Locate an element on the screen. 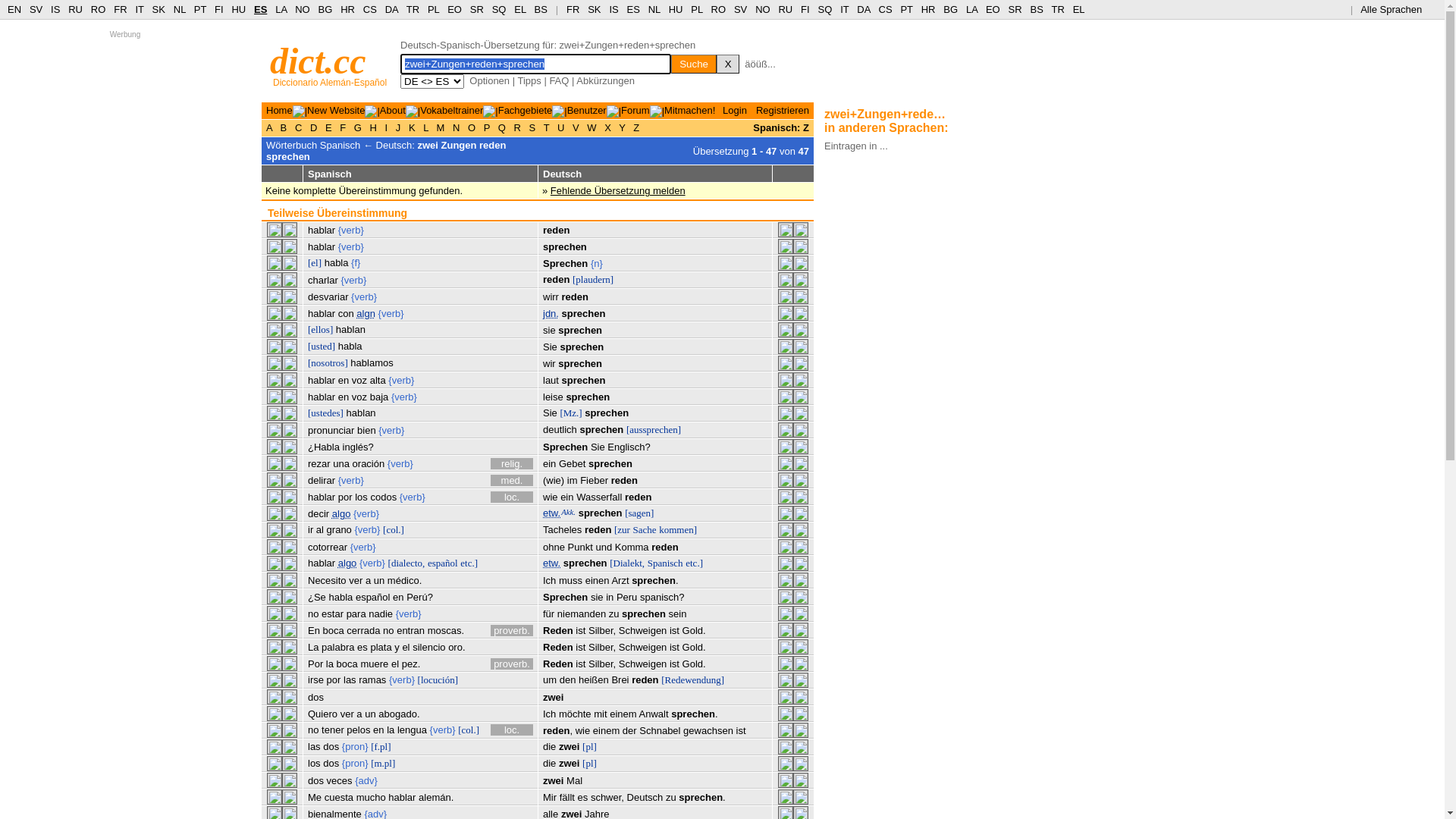  'schwer,' is located at coordinates (607, 796).